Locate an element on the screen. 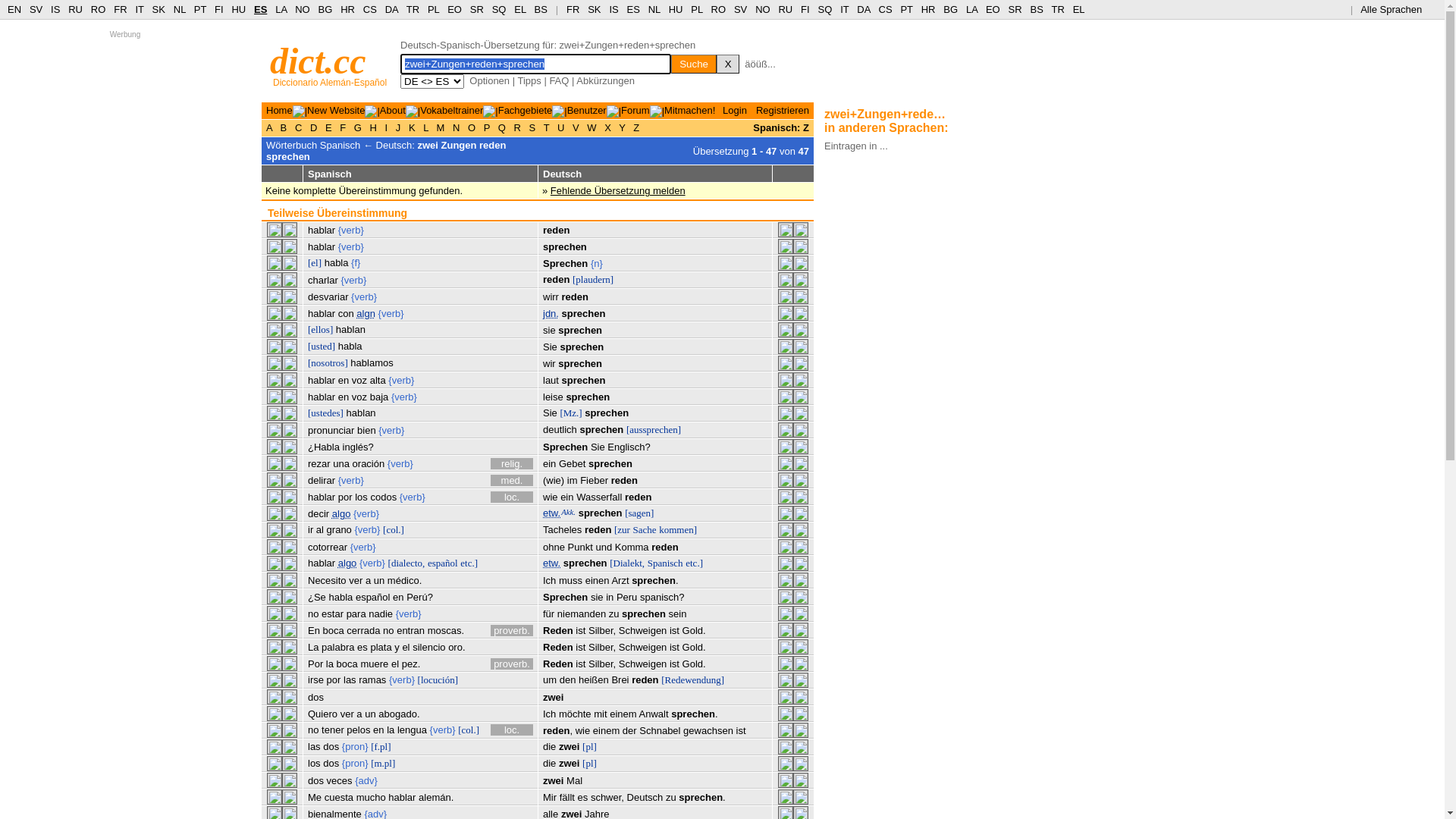  'schwer,' is located at coordinates (607, 796).